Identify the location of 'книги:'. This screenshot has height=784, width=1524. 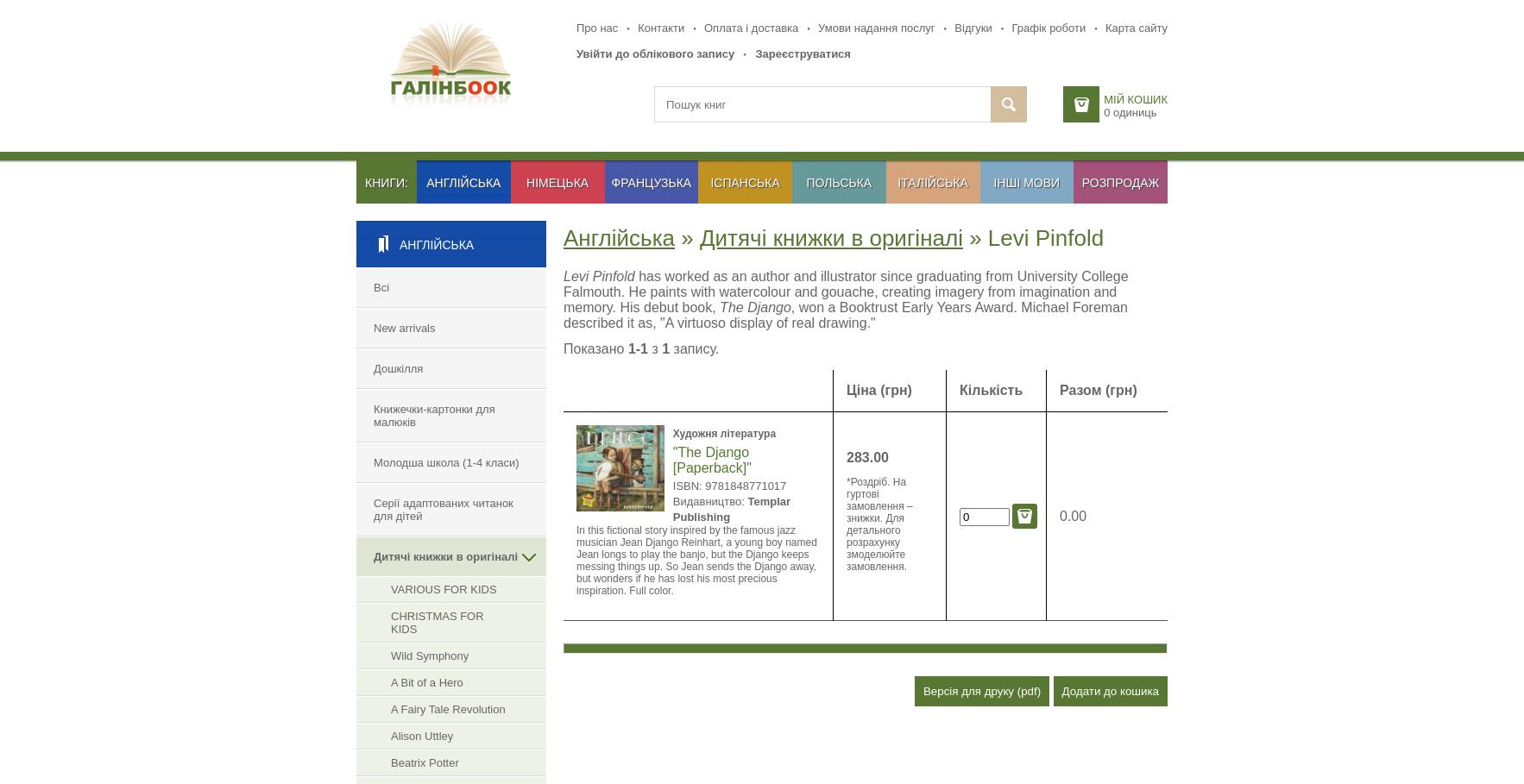
(386, 181).